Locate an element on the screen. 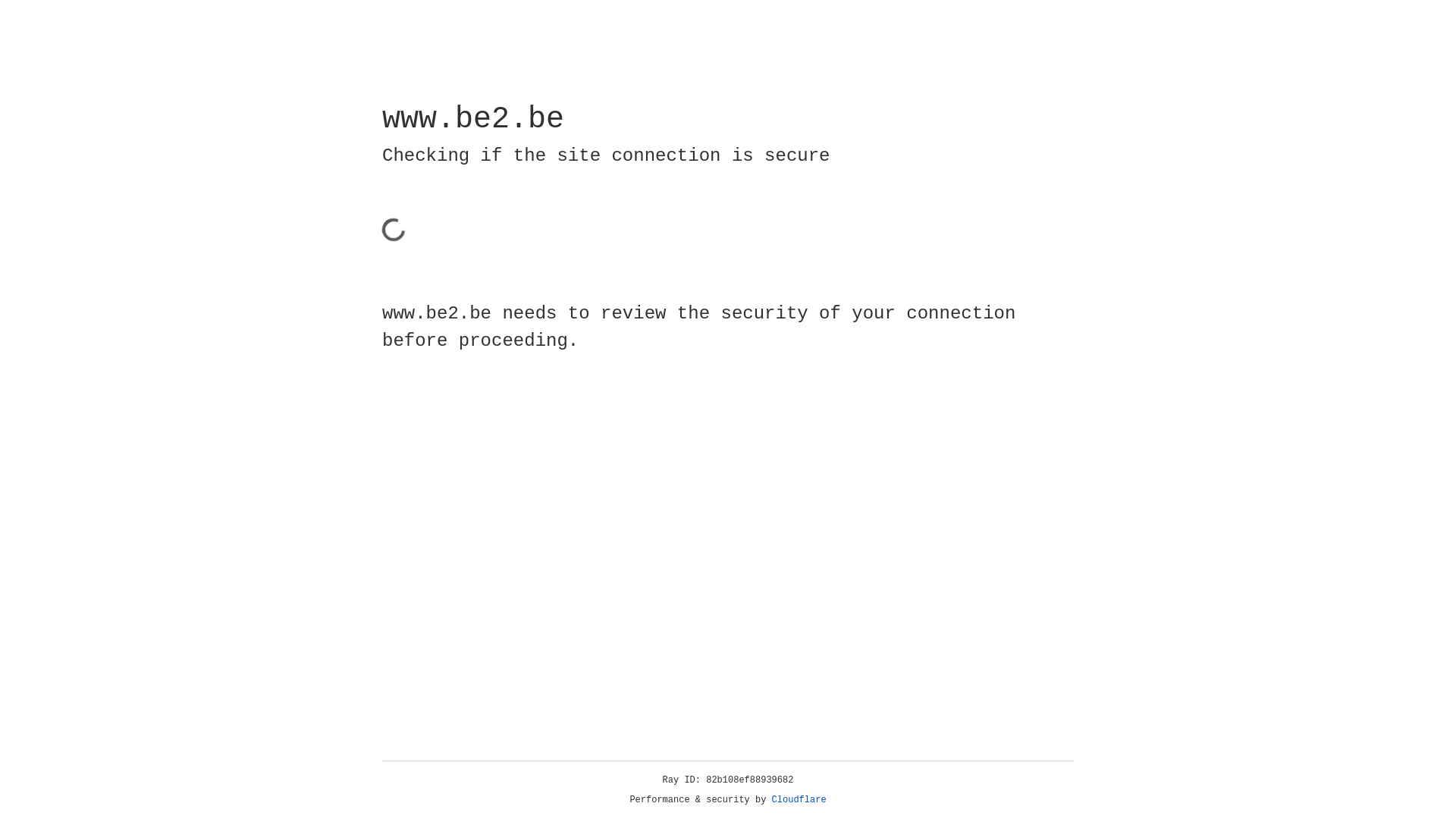 The height and width of the screenshot is (819, 1456). 'Cloudflare' is located at coordinates (771, 799).